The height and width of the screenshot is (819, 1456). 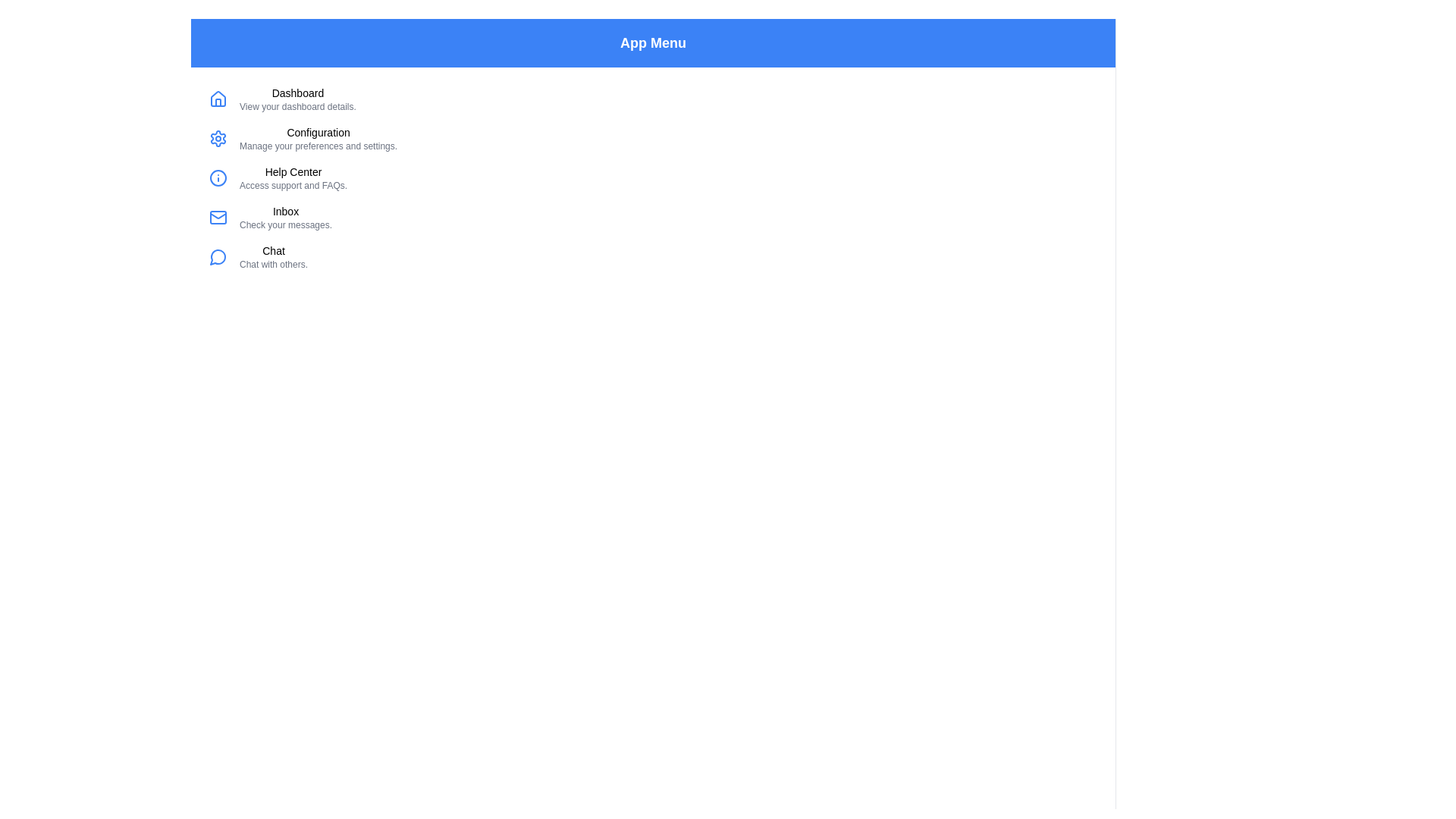 What do you see at coordinates (293, 185) in the screenshot?
I see `the descriptive text located directly beneath the 'Help Center' heading in the vertical navigation menu` at bounding box center [293, 185].